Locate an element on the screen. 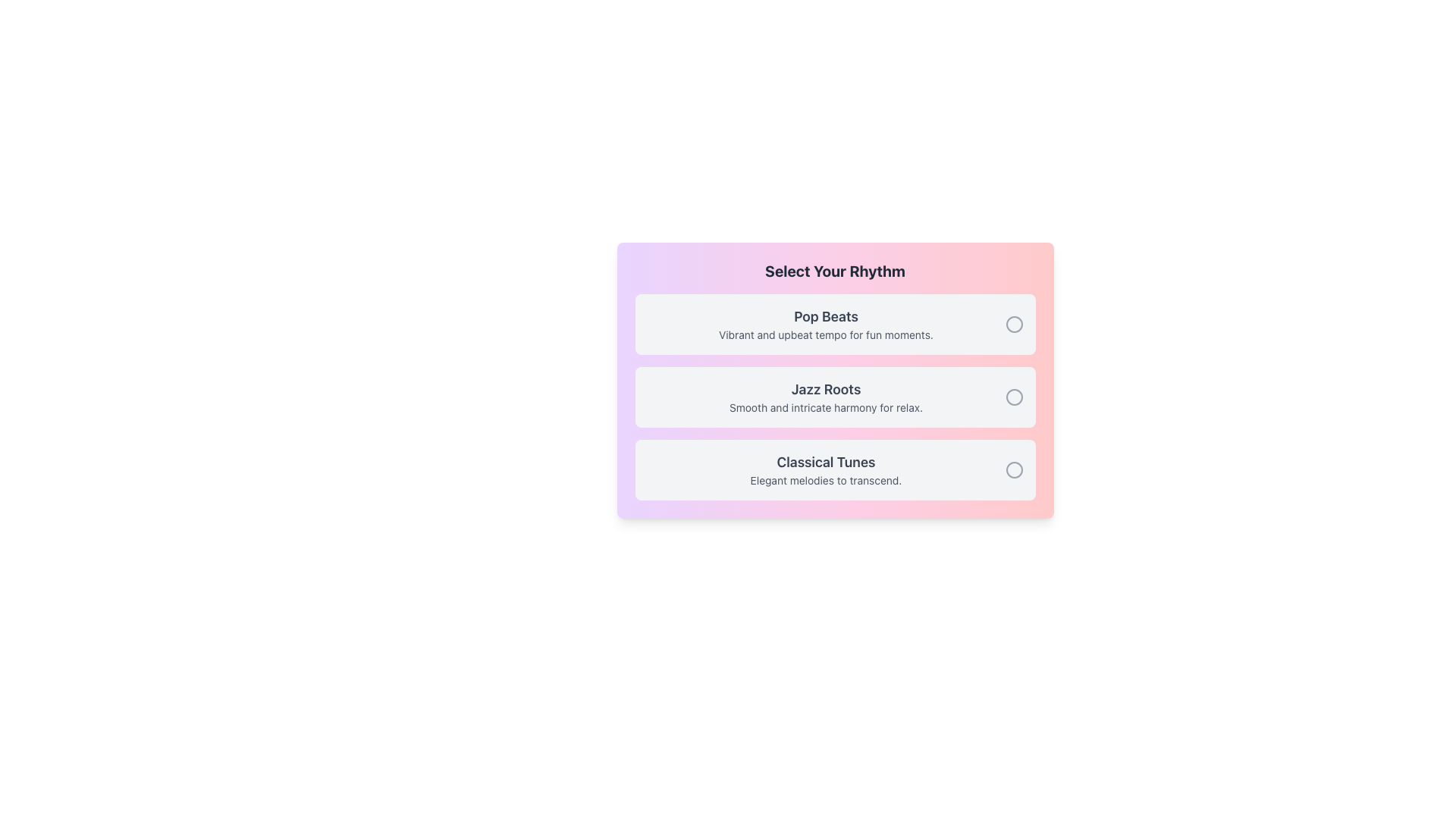 This screenshot has height=819, width=1456. the radio button next to the 'Pop Beats' label is located at coordinates (1014, 324).